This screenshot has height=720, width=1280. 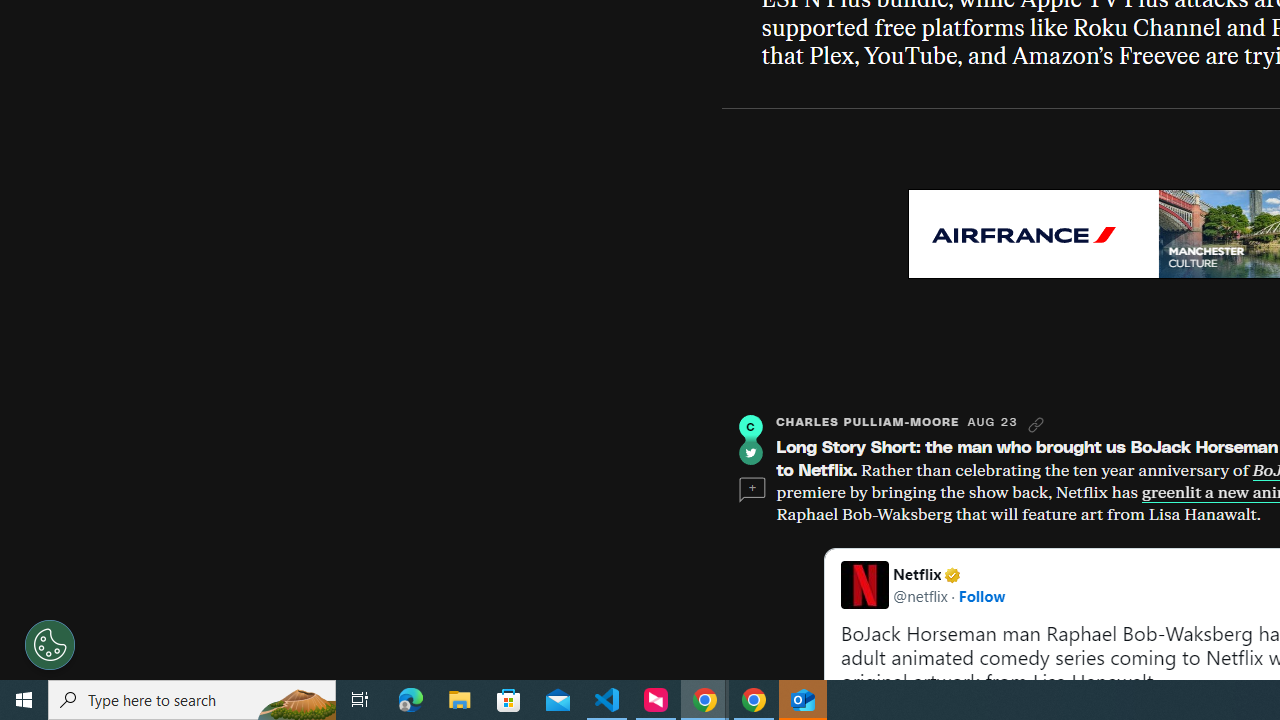 What do you see at coordinates (50, 645) in the screenshot?
I see `'Open Preferences'` at bounding box center [50, 645].